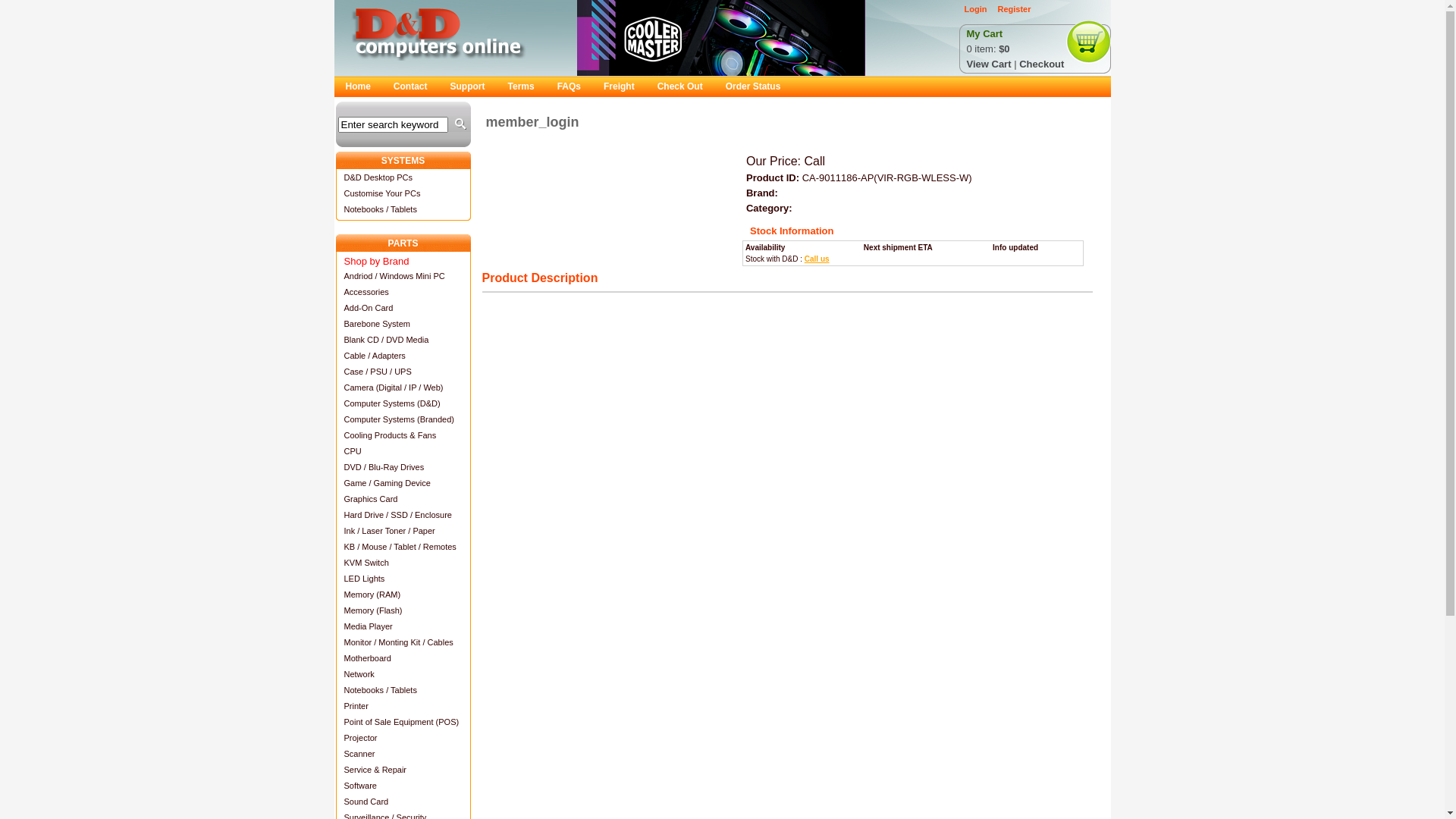 This screenshot has height=819, width=1456. I want to click on 'Camera (Digital / IP / Web)', so click(403, 386).